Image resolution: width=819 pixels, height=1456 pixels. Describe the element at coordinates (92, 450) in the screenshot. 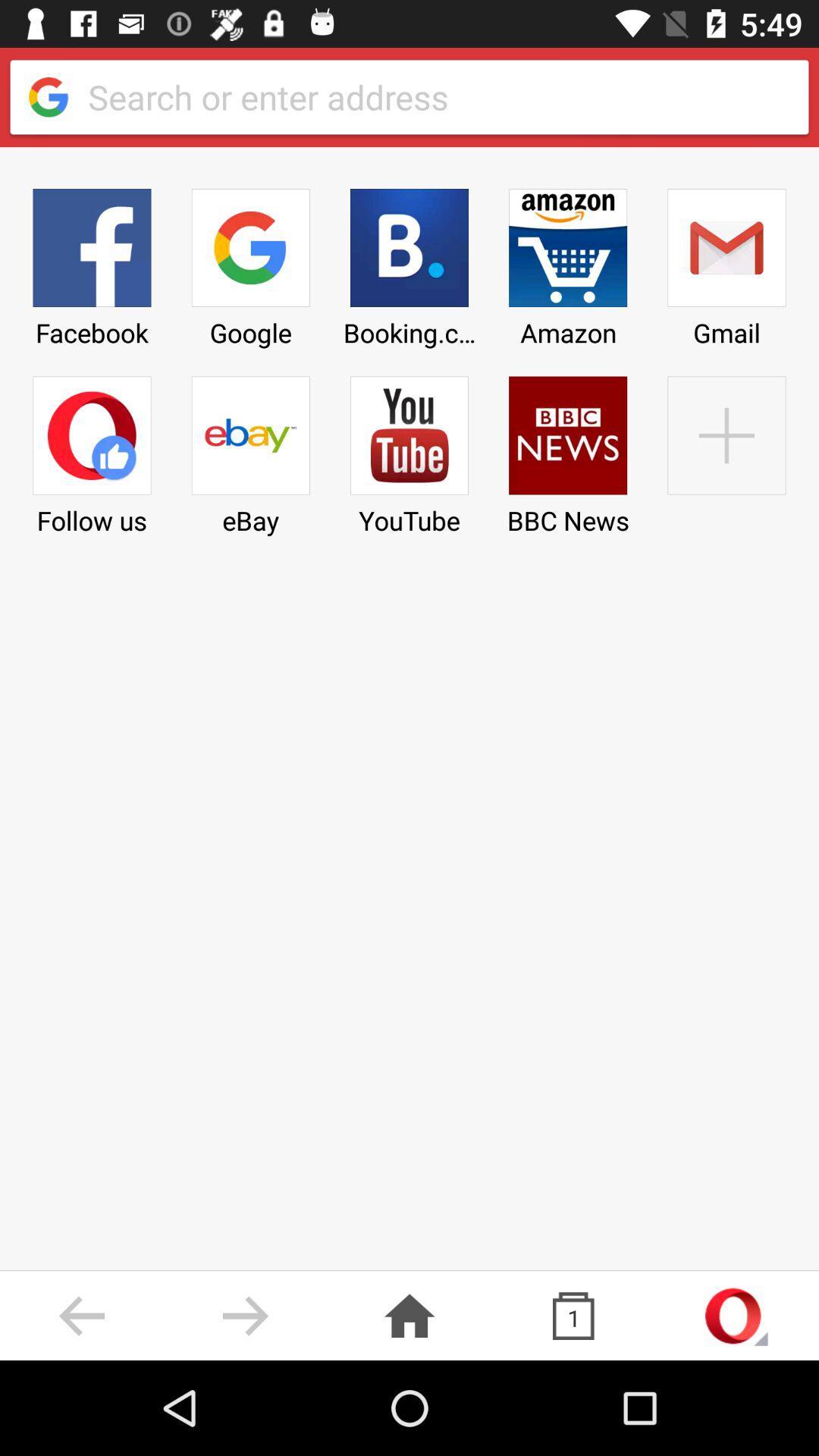

I see `follow us item` at that location.